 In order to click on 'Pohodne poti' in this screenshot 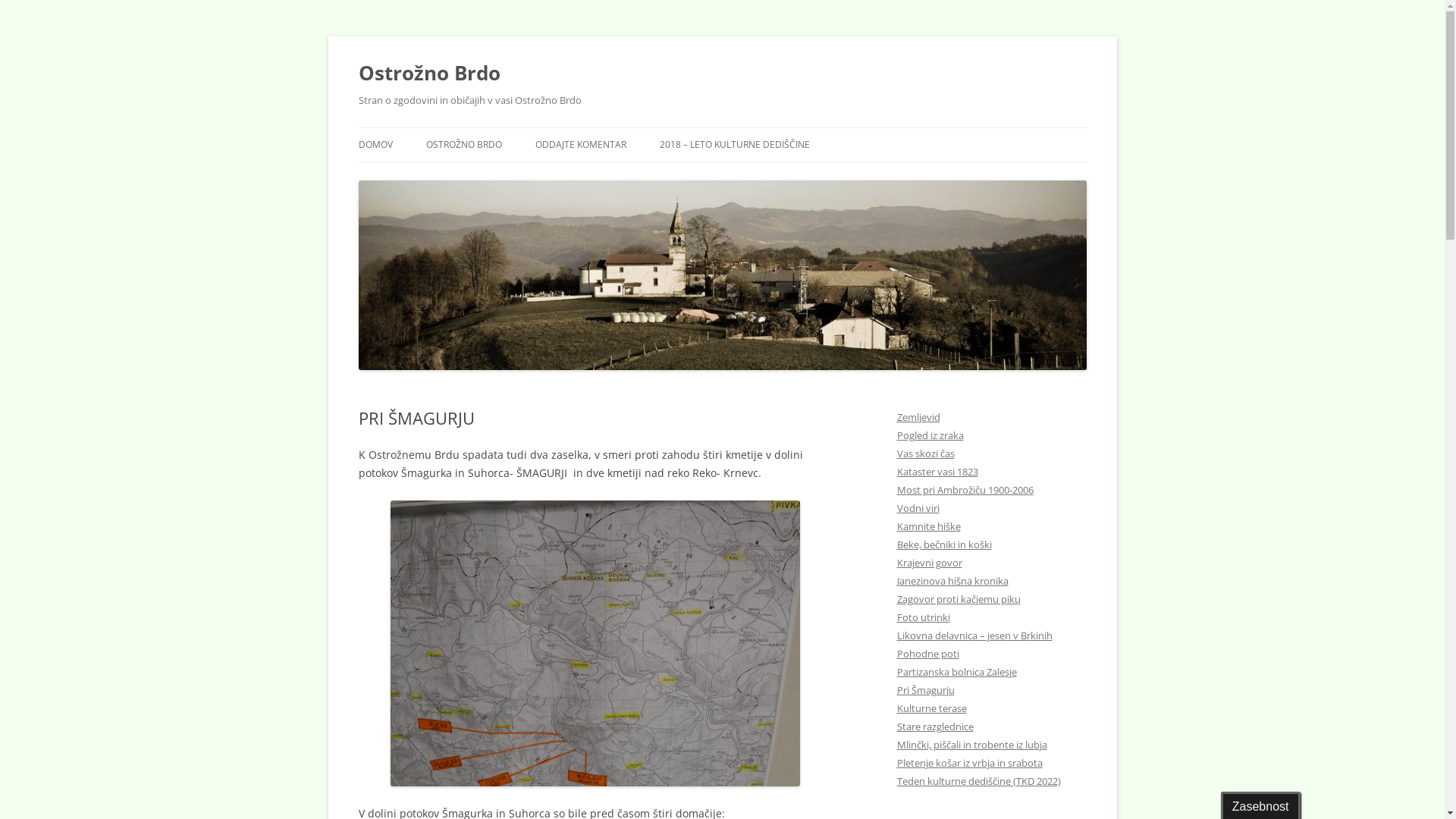, I will do `click(927, 652)`.